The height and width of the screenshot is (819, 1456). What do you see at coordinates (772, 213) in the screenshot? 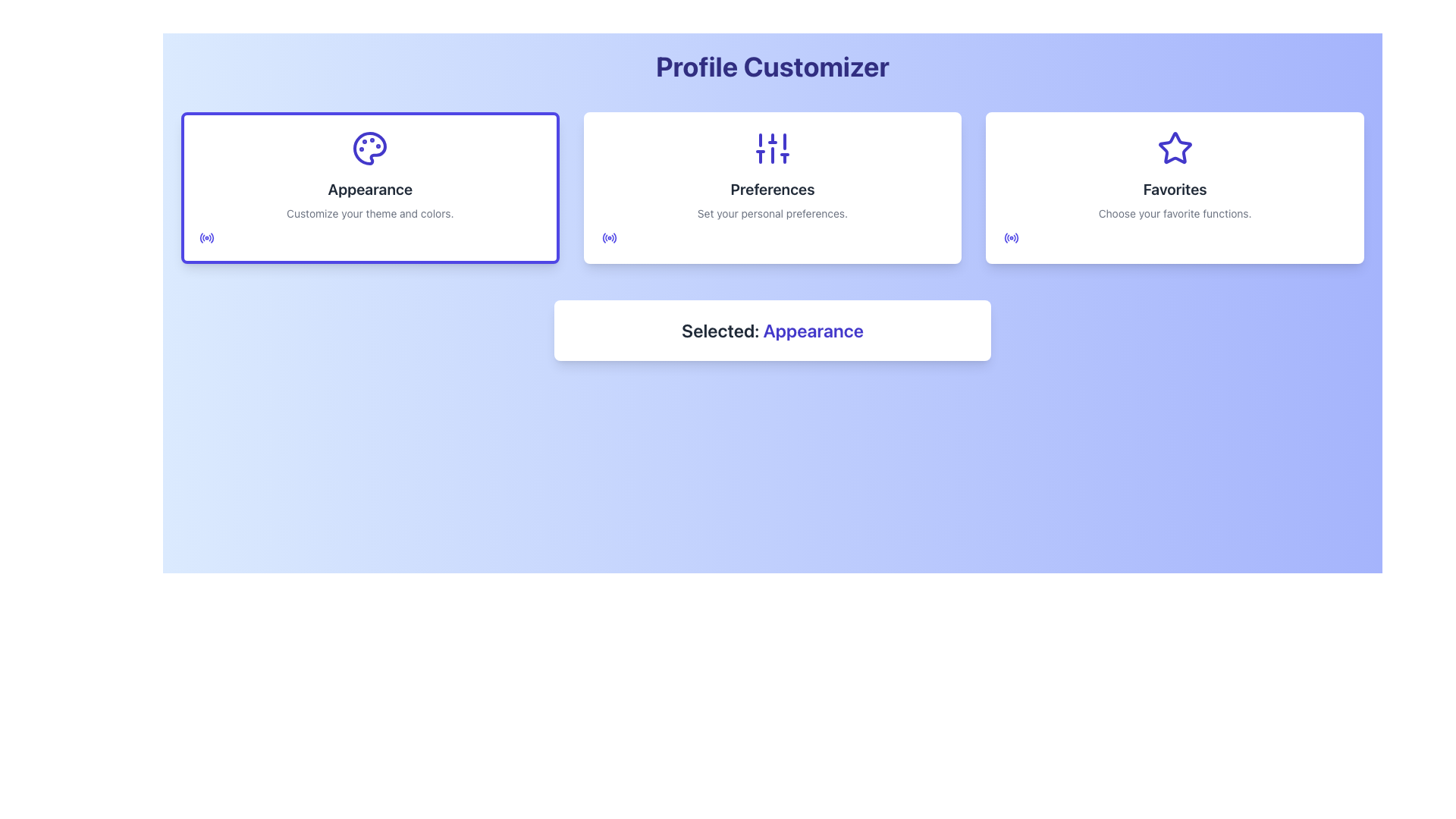
I see `the descriptive text element located directly beneath the title 'Preferences' within the 'Preferences' card` at bounding box center [772, 213].